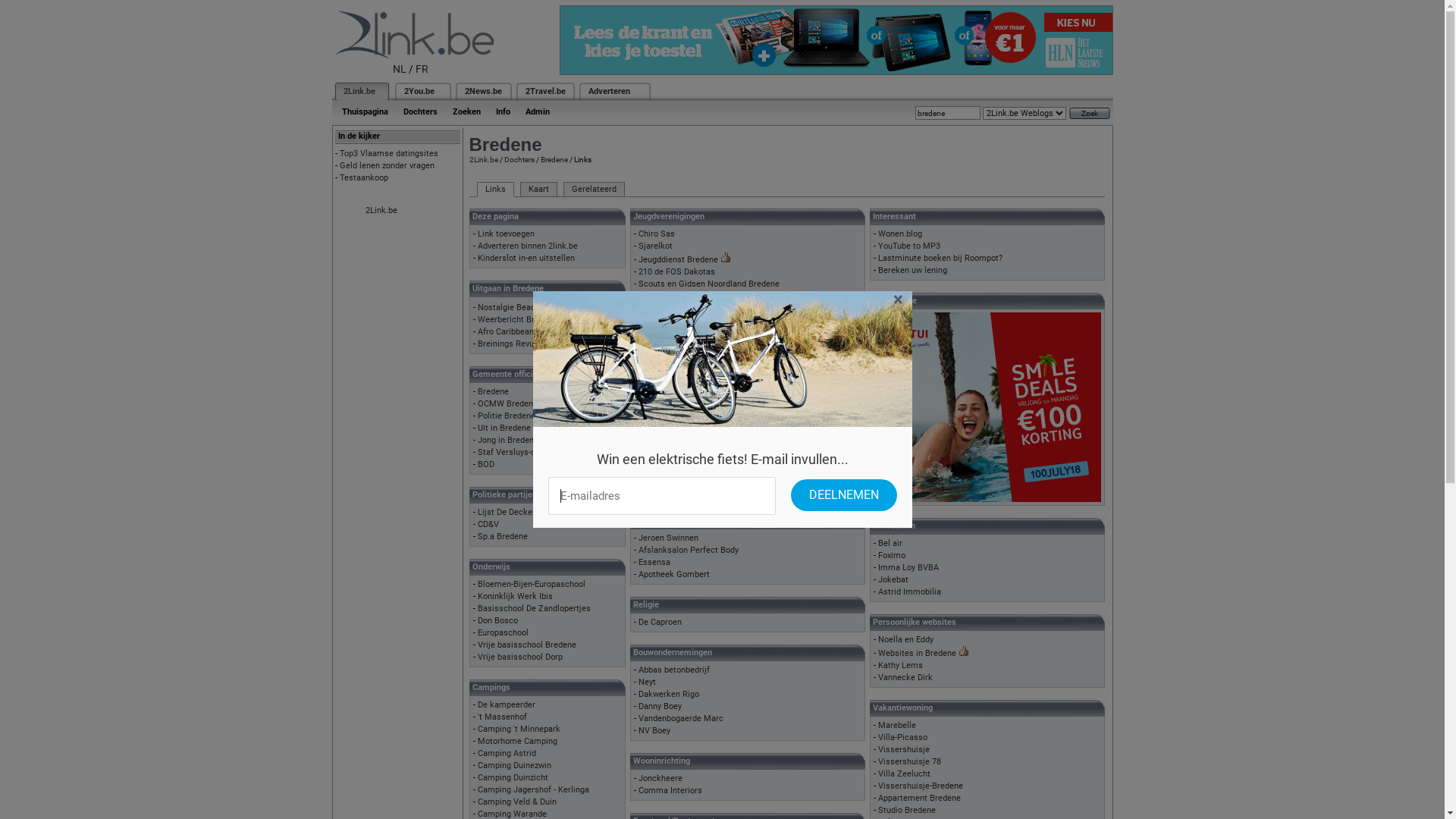 The image size is (1456, 819). What do you see at coordinates (539, 307) in the screenshot?
I see `'Nostalgie Beachfestival Bredene'` at bounding box center [539, 307].